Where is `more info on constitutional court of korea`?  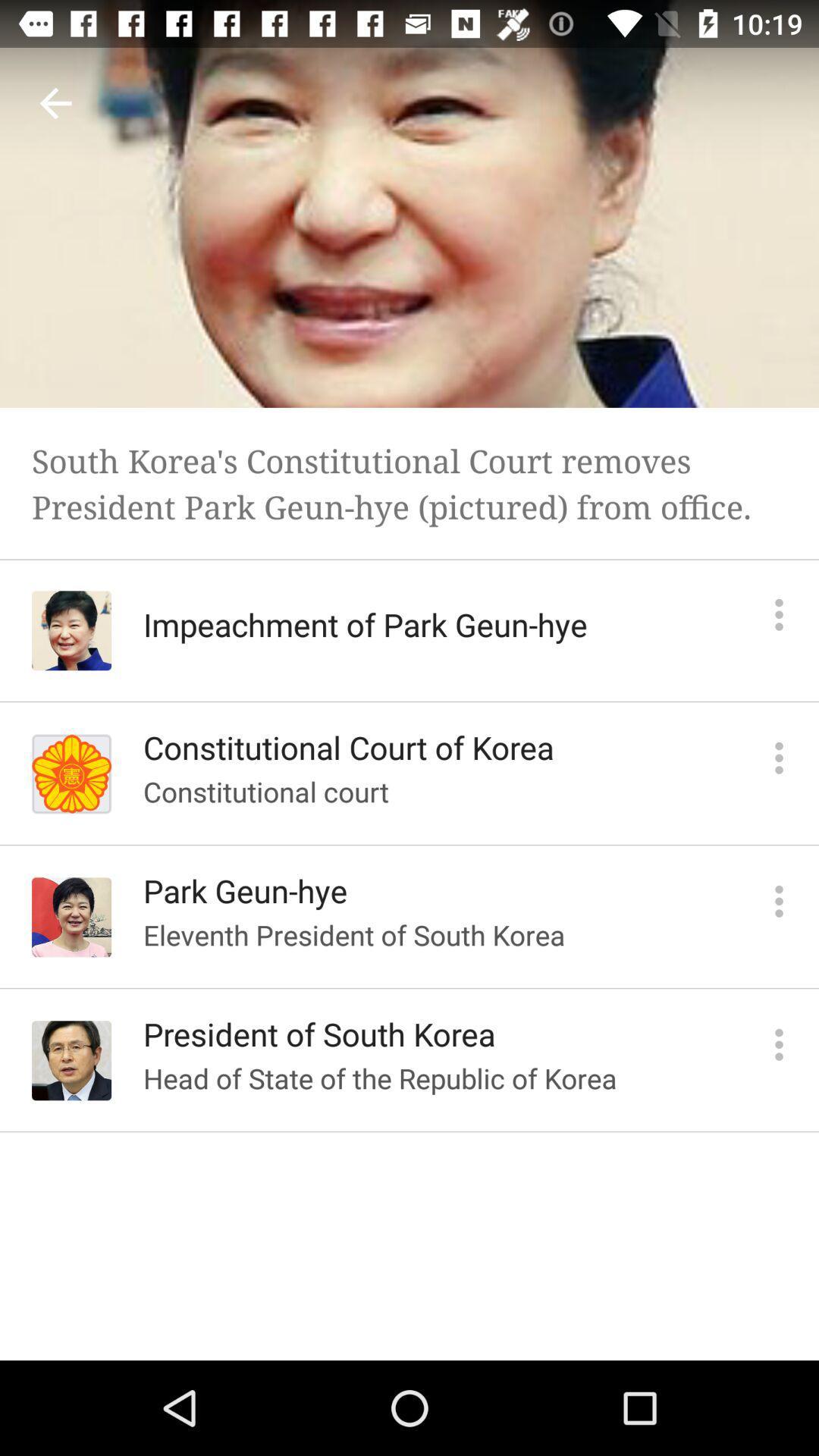
more info on constitutional court of korea is located at coordinates (779, 758).